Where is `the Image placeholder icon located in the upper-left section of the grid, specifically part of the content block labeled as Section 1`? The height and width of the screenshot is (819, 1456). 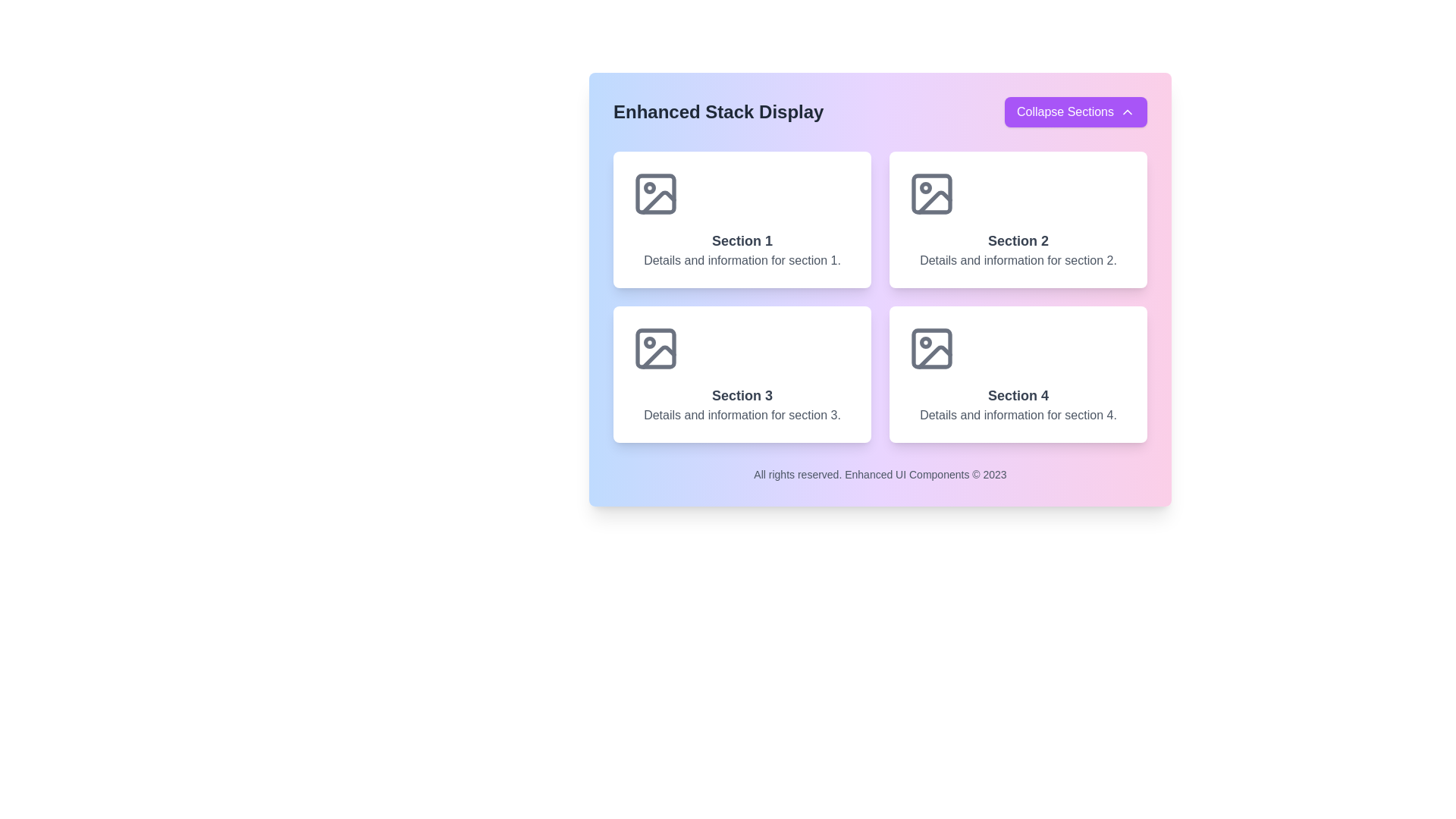 the Image placeholder icon located in the upper-left section of the grid, specifically part of the content block labeled as Section 1 is located at coordinates (655, 193).